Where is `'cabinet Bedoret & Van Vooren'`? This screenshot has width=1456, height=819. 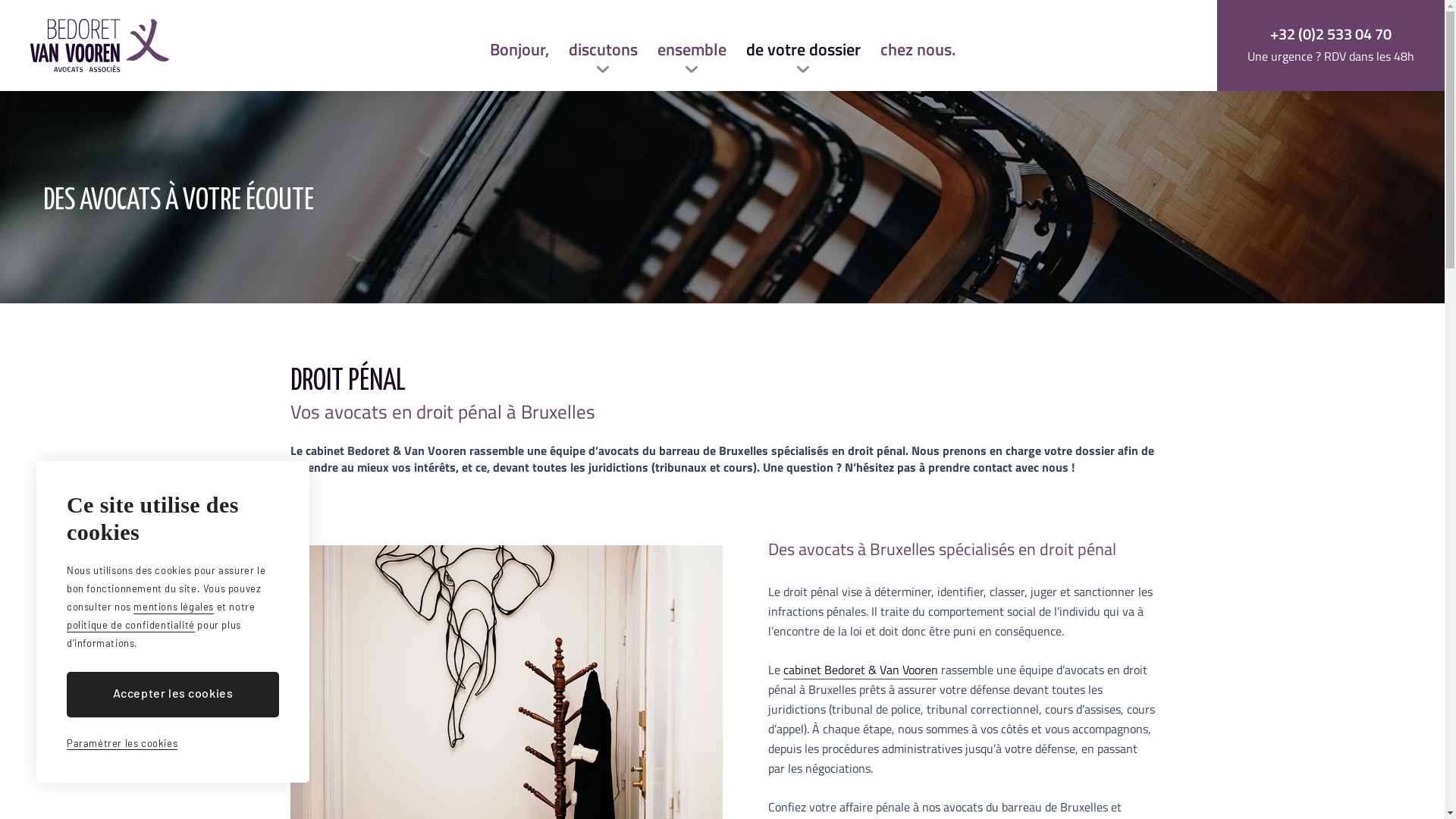
'cabinet Bedoret & Van Vooren' is located at coordinates (859, 669).